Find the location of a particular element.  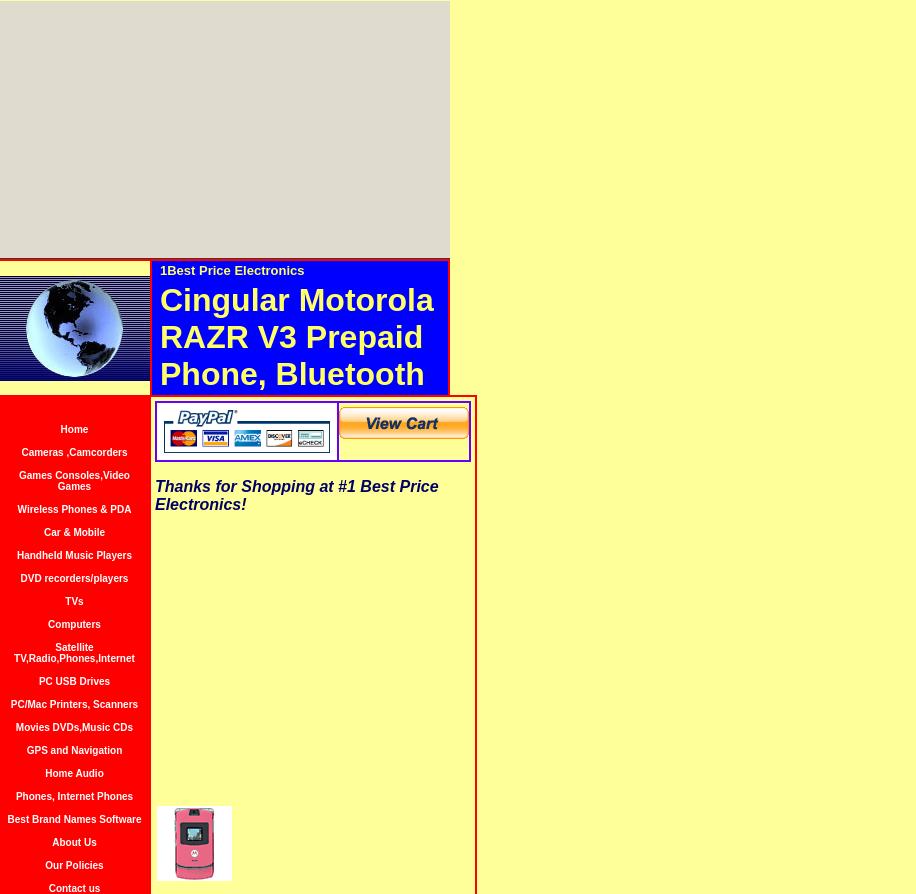

'Phones, Internet  Phones' is located at coordinates (73, 795).